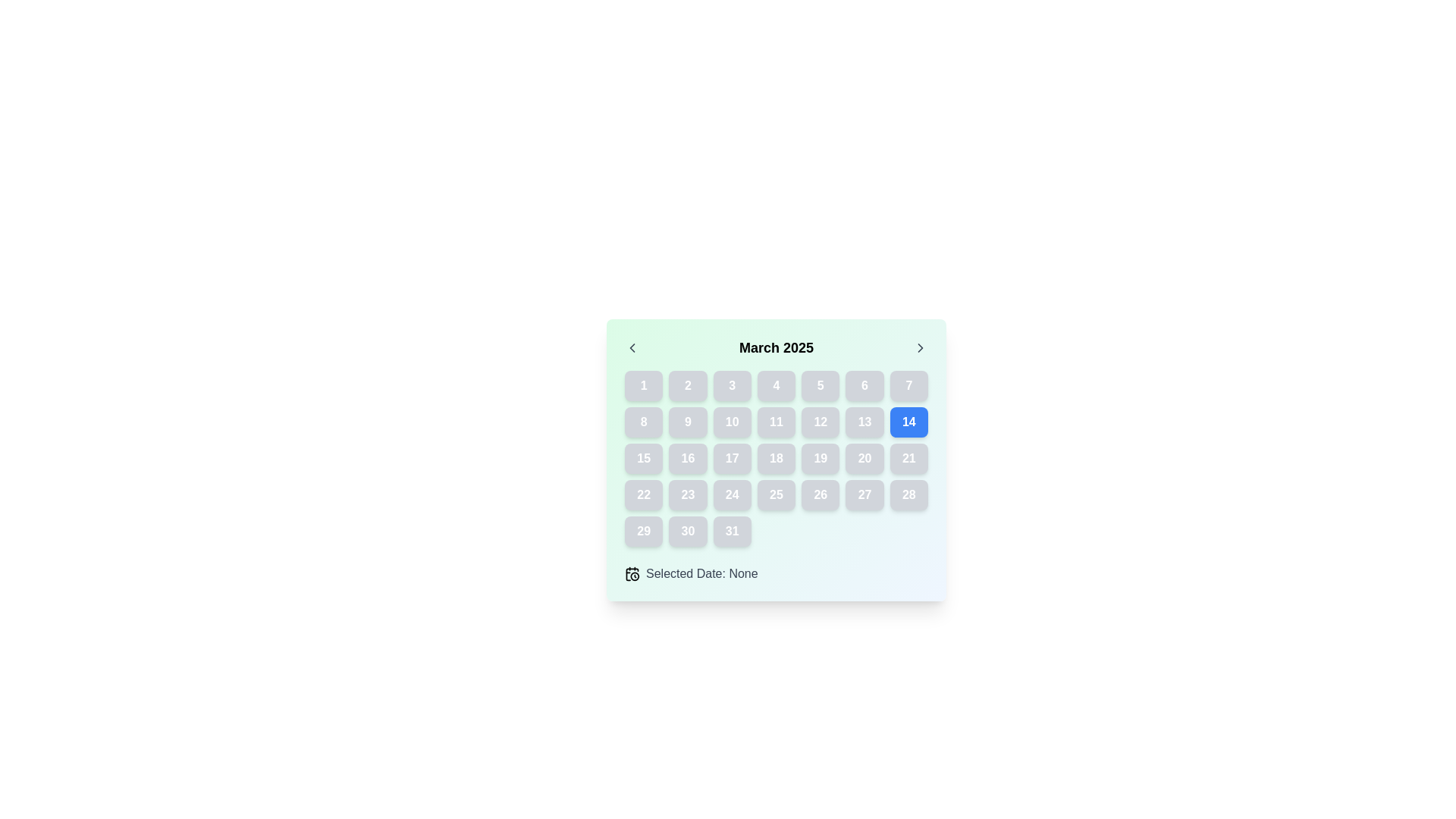 The height and width of the screenshot is (819, 1456). What do you see at coordinates (687, 494) in the screenshot?
I see `the rounded rectangular button with a gray background and white '23' text` at bounding box center [687, 494].